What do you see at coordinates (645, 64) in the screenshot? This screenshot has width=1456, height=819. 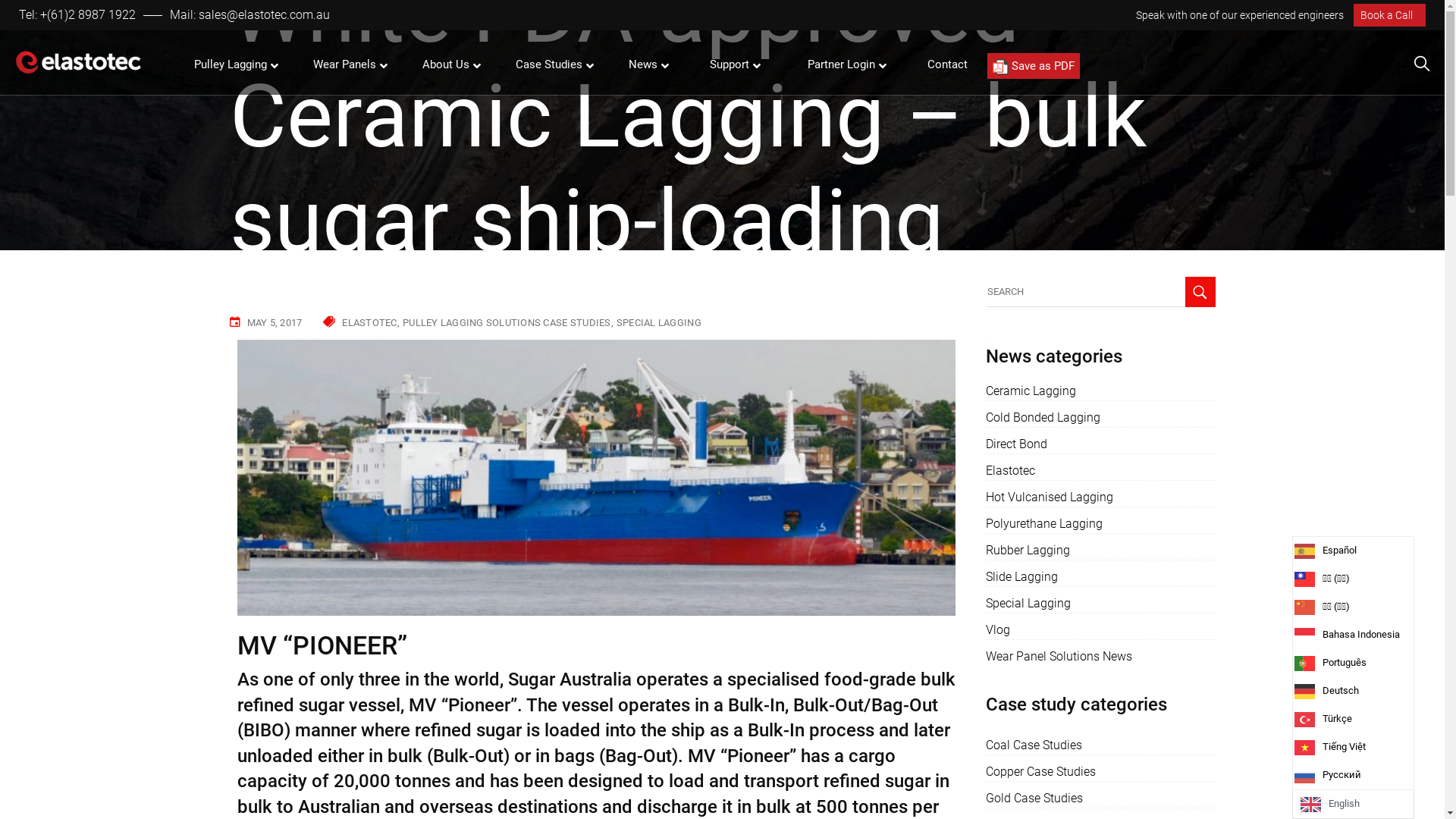 I see `'News'` at bounding box center [645, 64].